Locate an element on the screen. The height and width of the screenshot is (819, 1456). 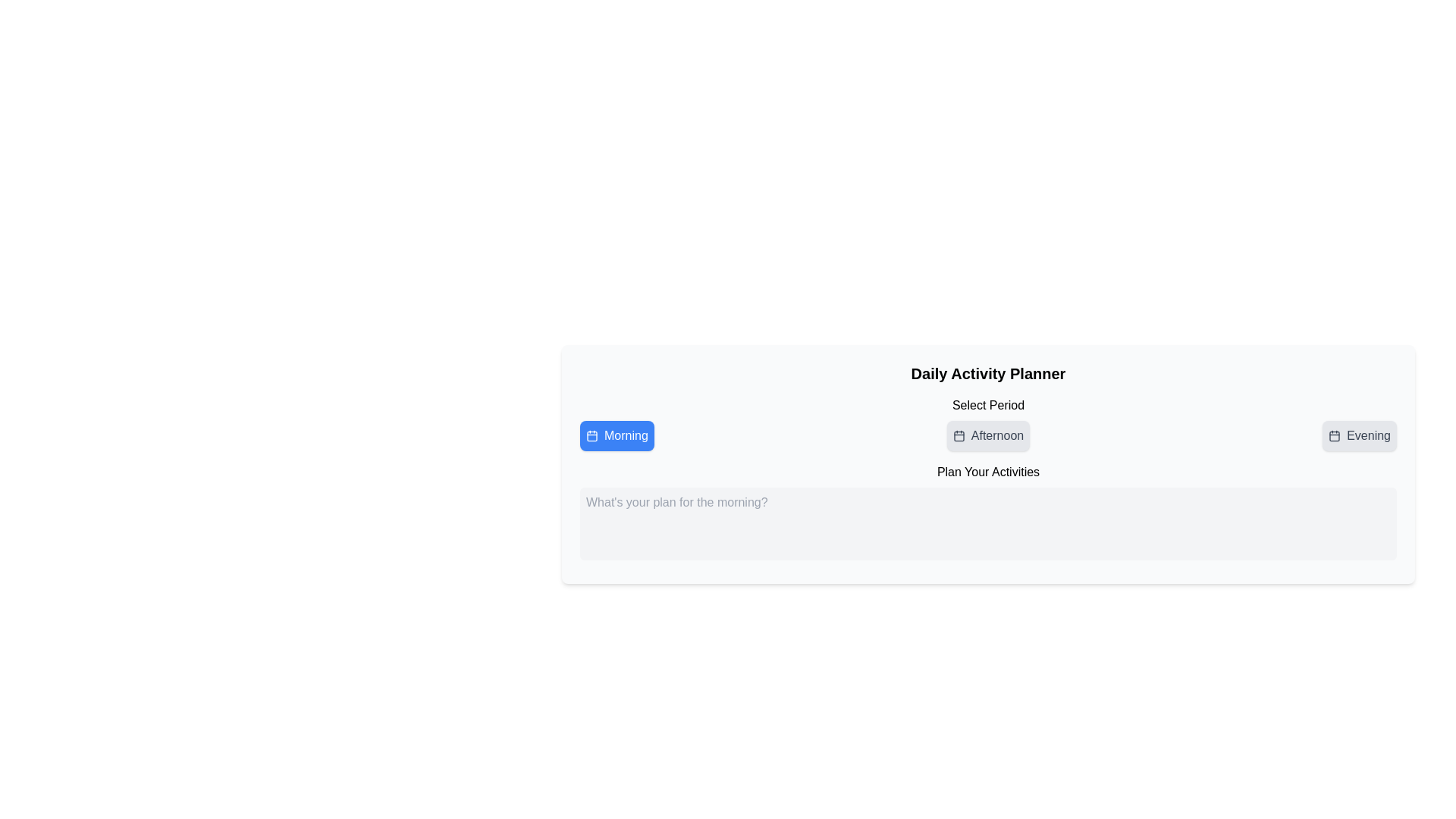
the rounded rectangle graphical element within the SVG calendar icon, located adjacent to the 'Evening' button is located at coordinates (1335, 436).